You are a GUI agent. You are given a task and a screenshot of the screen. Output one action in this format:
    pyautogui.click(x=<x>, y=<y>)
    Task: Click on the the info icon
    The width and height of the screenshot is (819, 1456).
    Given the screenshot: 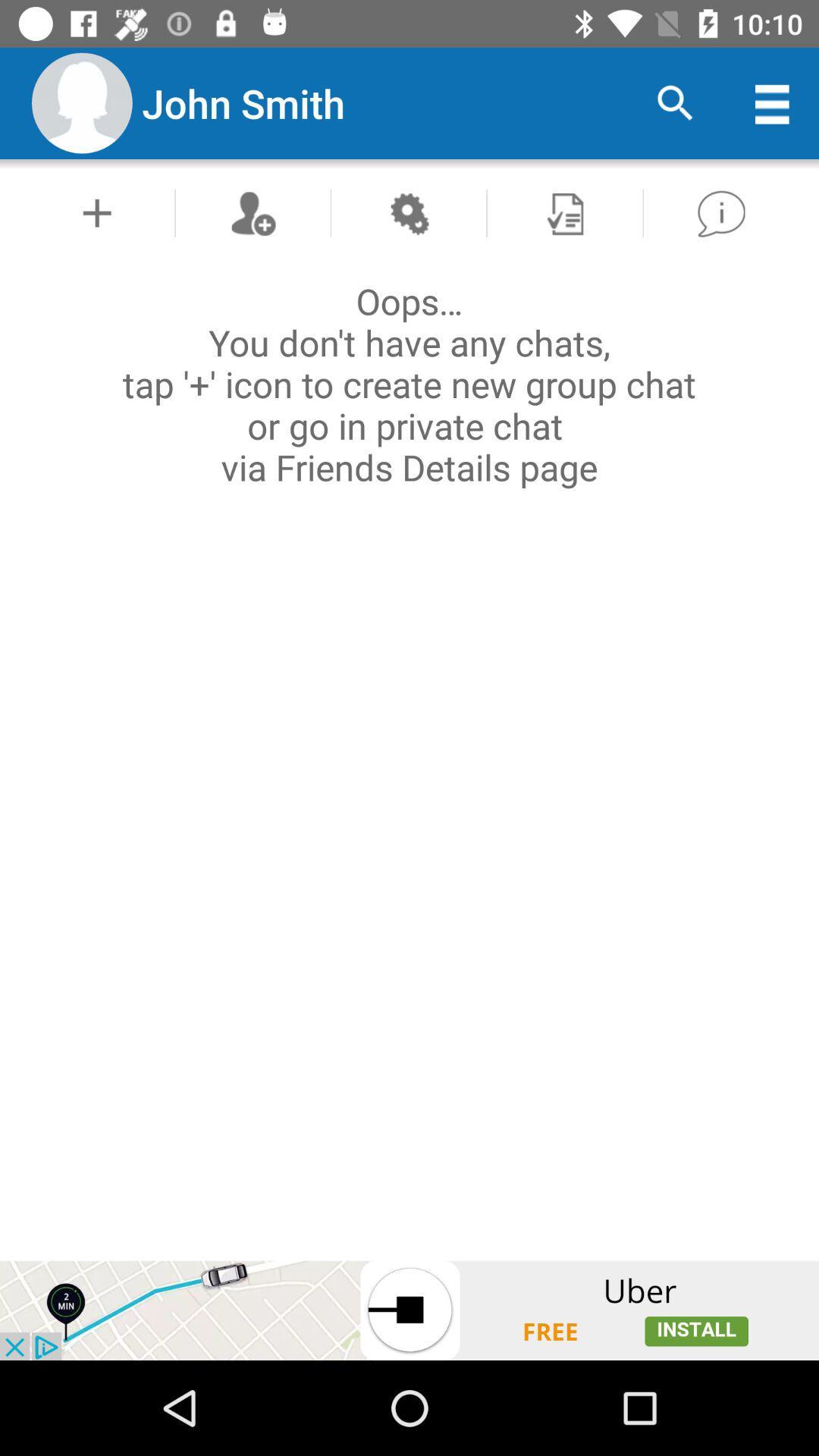 What is the action you would take?
    pyautogui.click(x=720, y=212)
    